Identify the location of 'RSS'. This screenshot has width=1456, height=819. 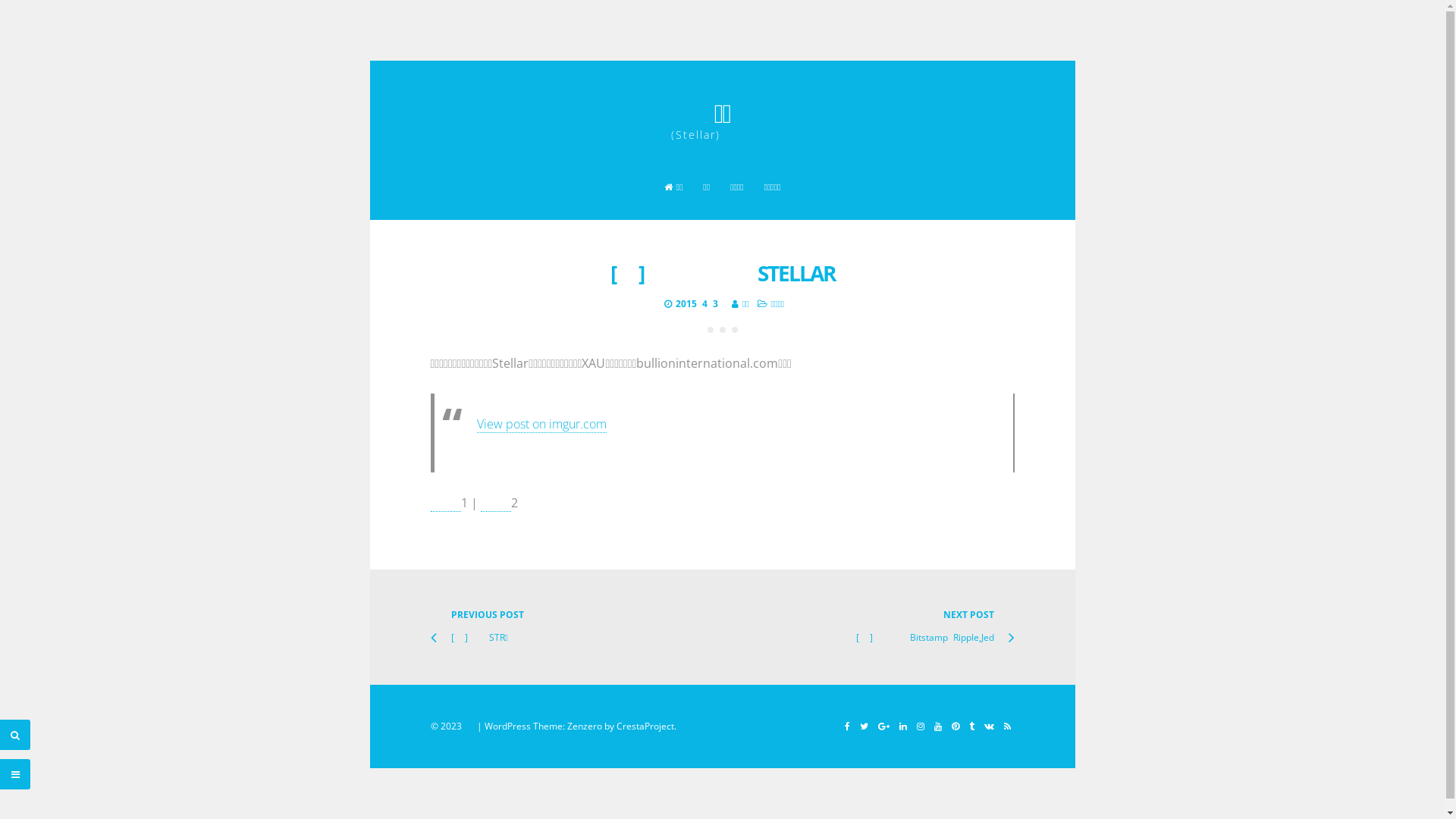
(1006, 725).